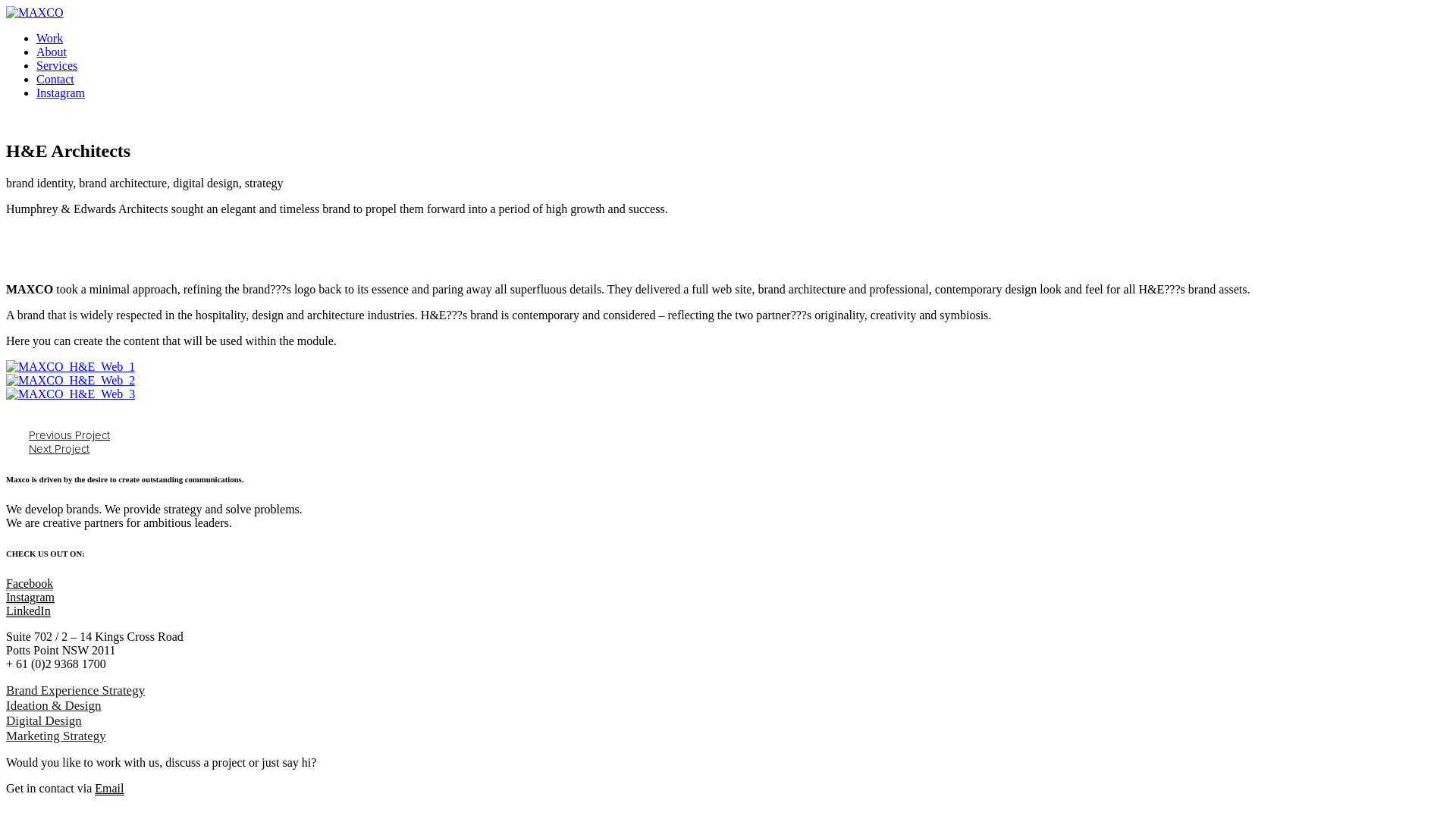  What do you see at coordinates (28, 610) in the screenshot?
I see `'LinkedIn'` at bounding box center [28, 610].